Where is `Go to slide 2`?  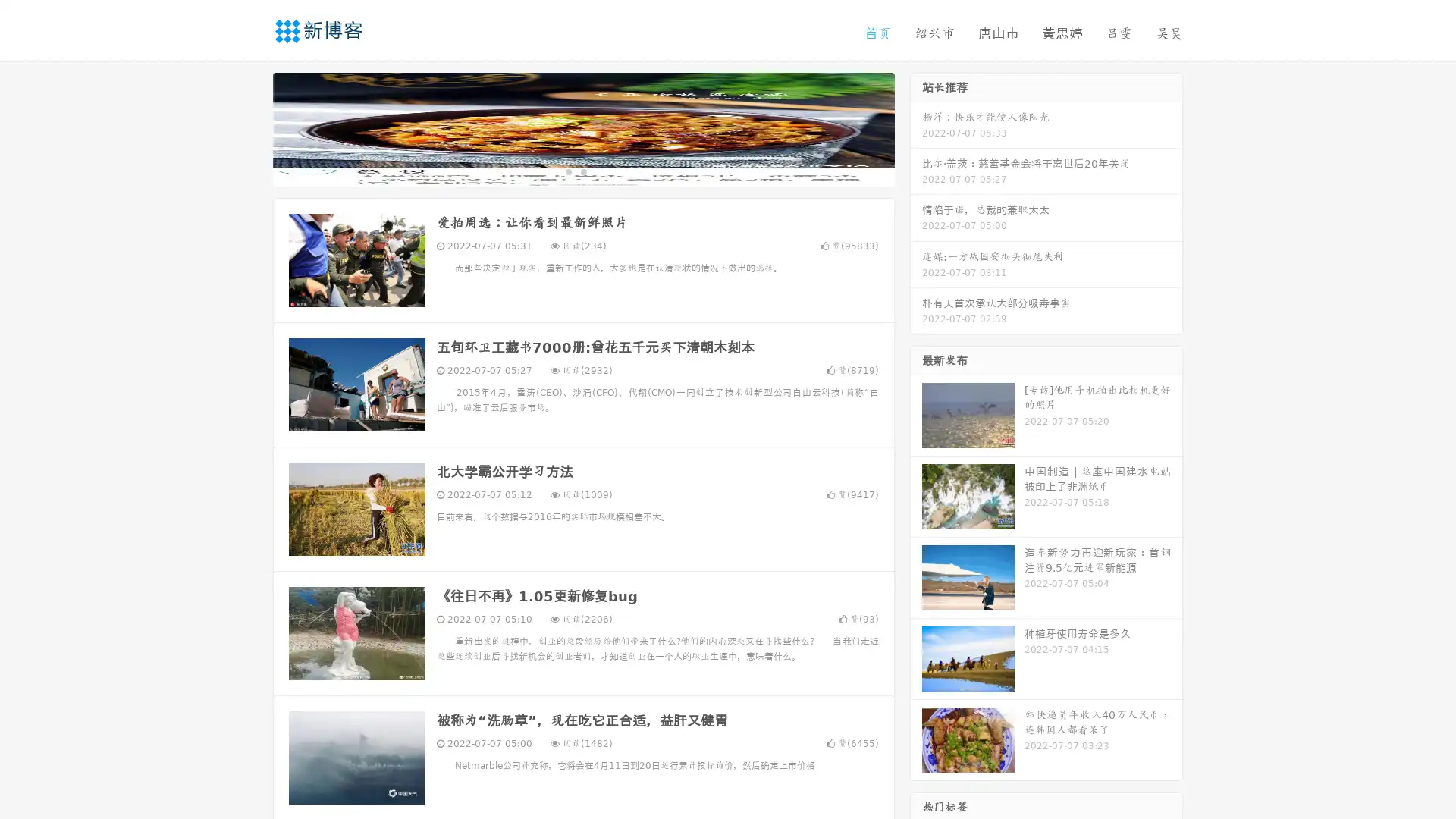 Go to slide 2 is located at coordinates (582, 171).